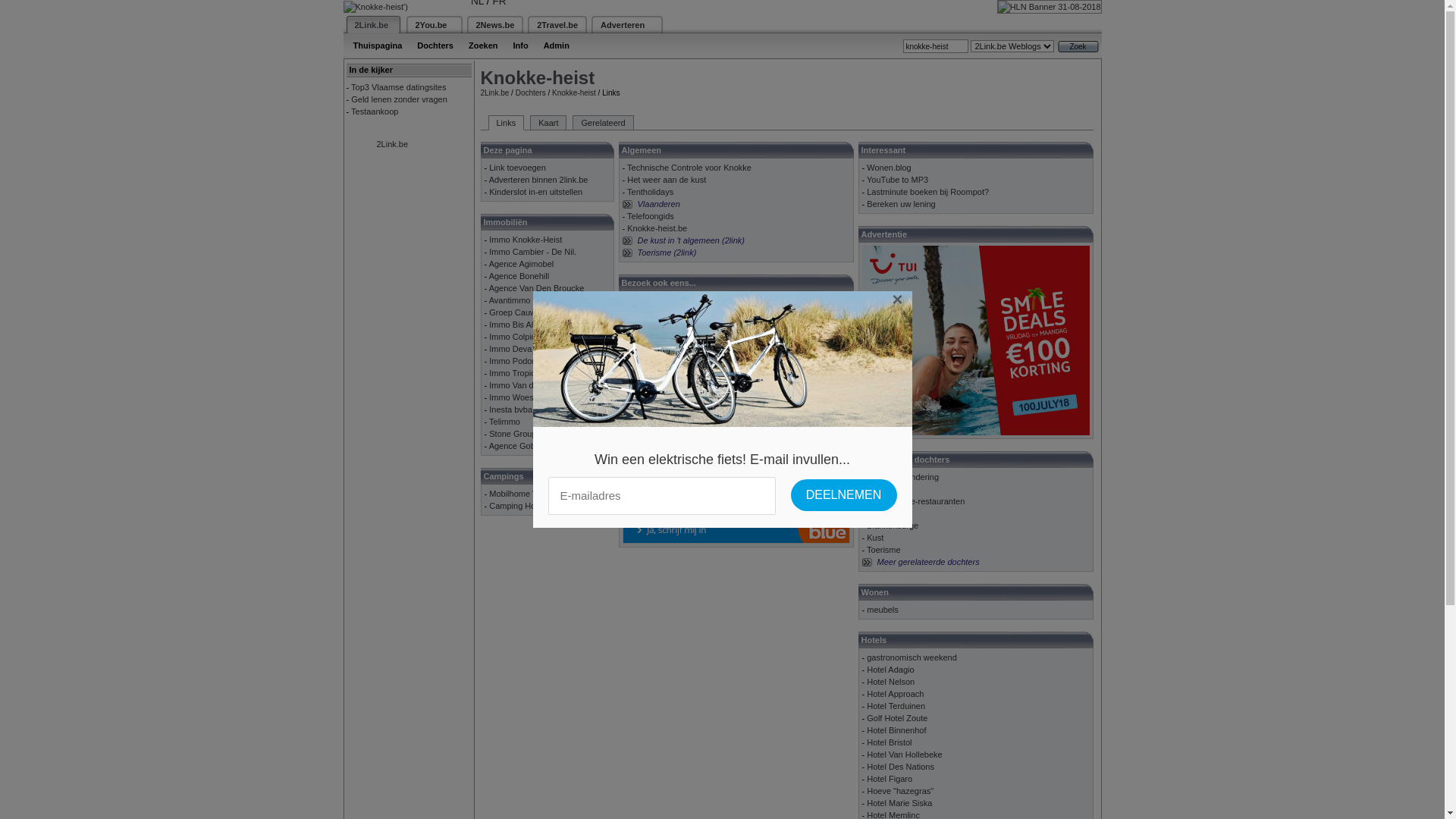 The height and width of the screenshot is (819, 1456). Describe the element at coordinates (548, 122) in the screenshot. I see `'Kaart'` at that location.